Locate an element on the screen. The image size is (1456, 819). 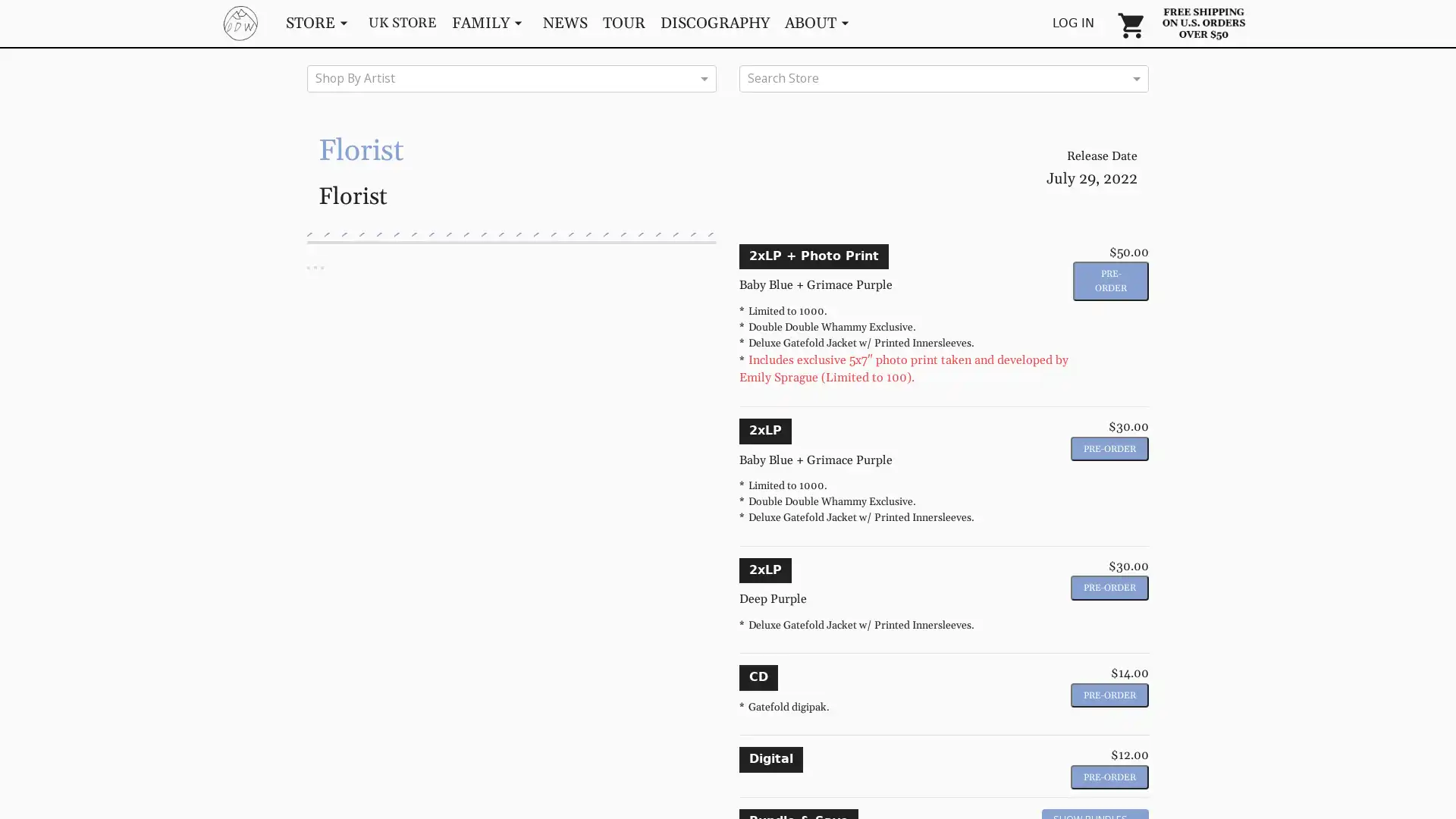
Pre-Order is located at coordinates (1109, 695).